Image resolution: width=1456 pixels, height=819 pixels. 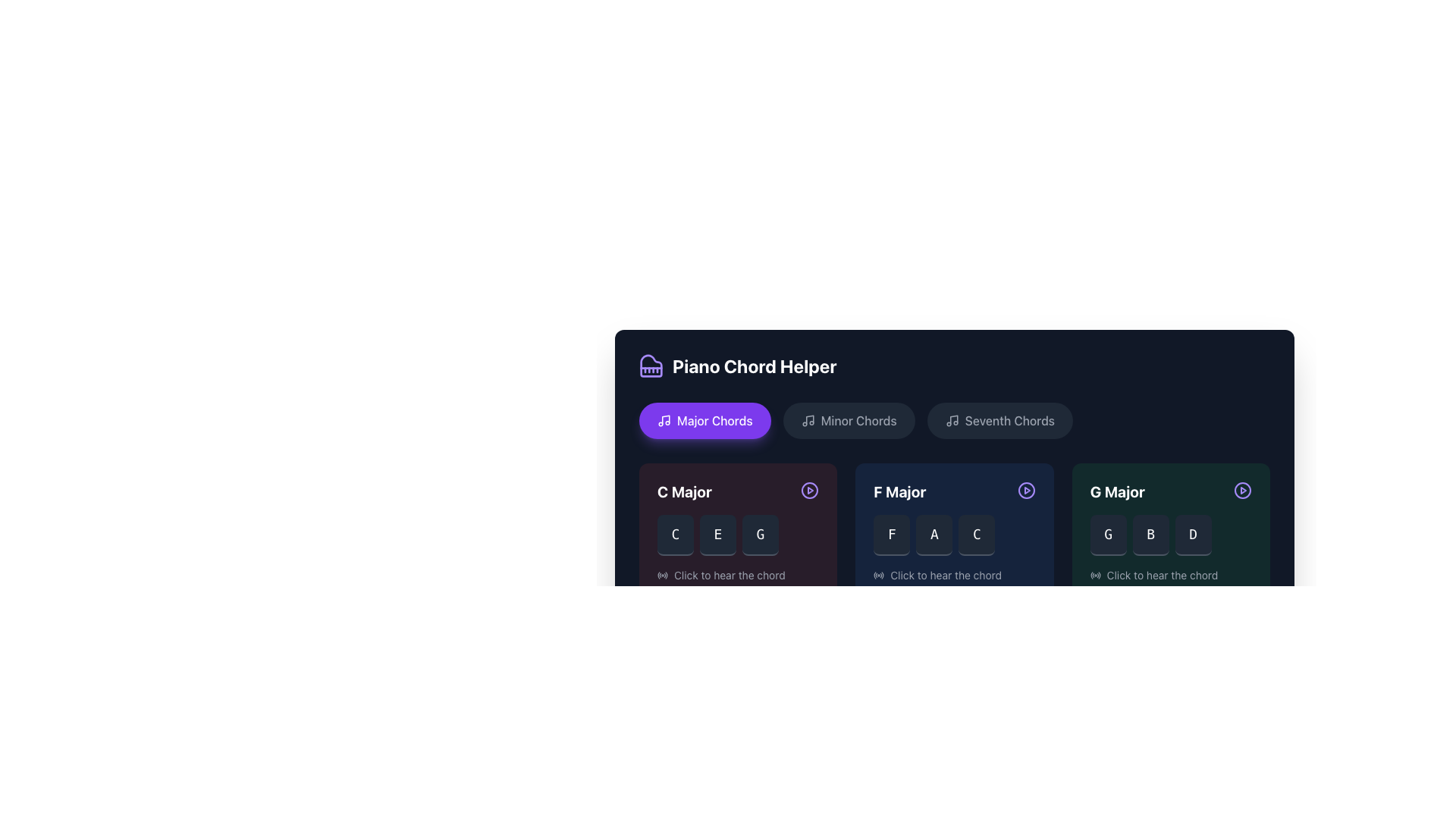 What do you see at coordinates (1242, 491) in the screenshot?
I see `the decorative shape (circle) that enhances the play button, located in the top-right corner of the G Major chord box` at bounding box center [1242, 491].